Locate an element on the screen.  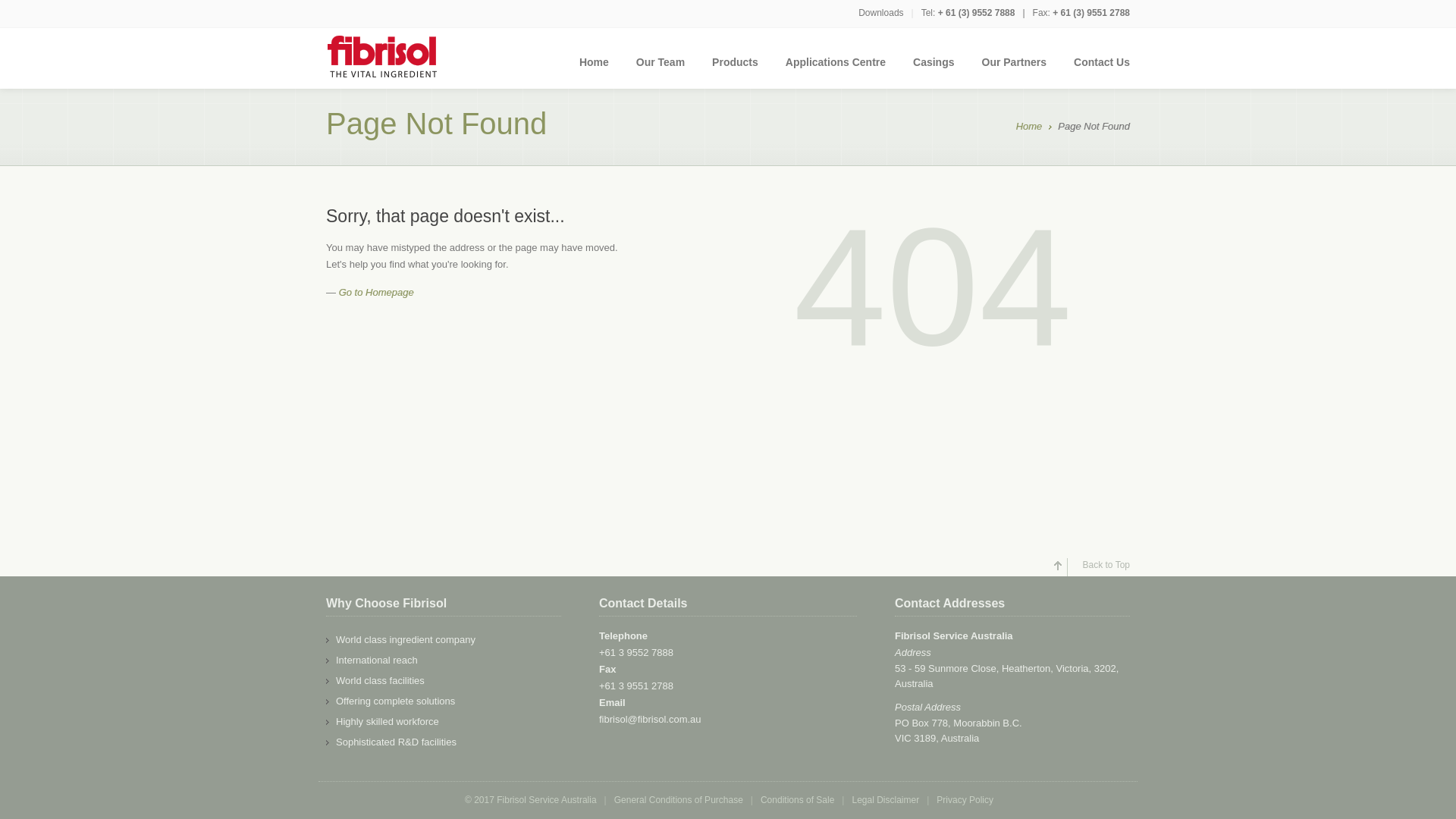
'Go to Homepage' is located at coordinates (376, 293).